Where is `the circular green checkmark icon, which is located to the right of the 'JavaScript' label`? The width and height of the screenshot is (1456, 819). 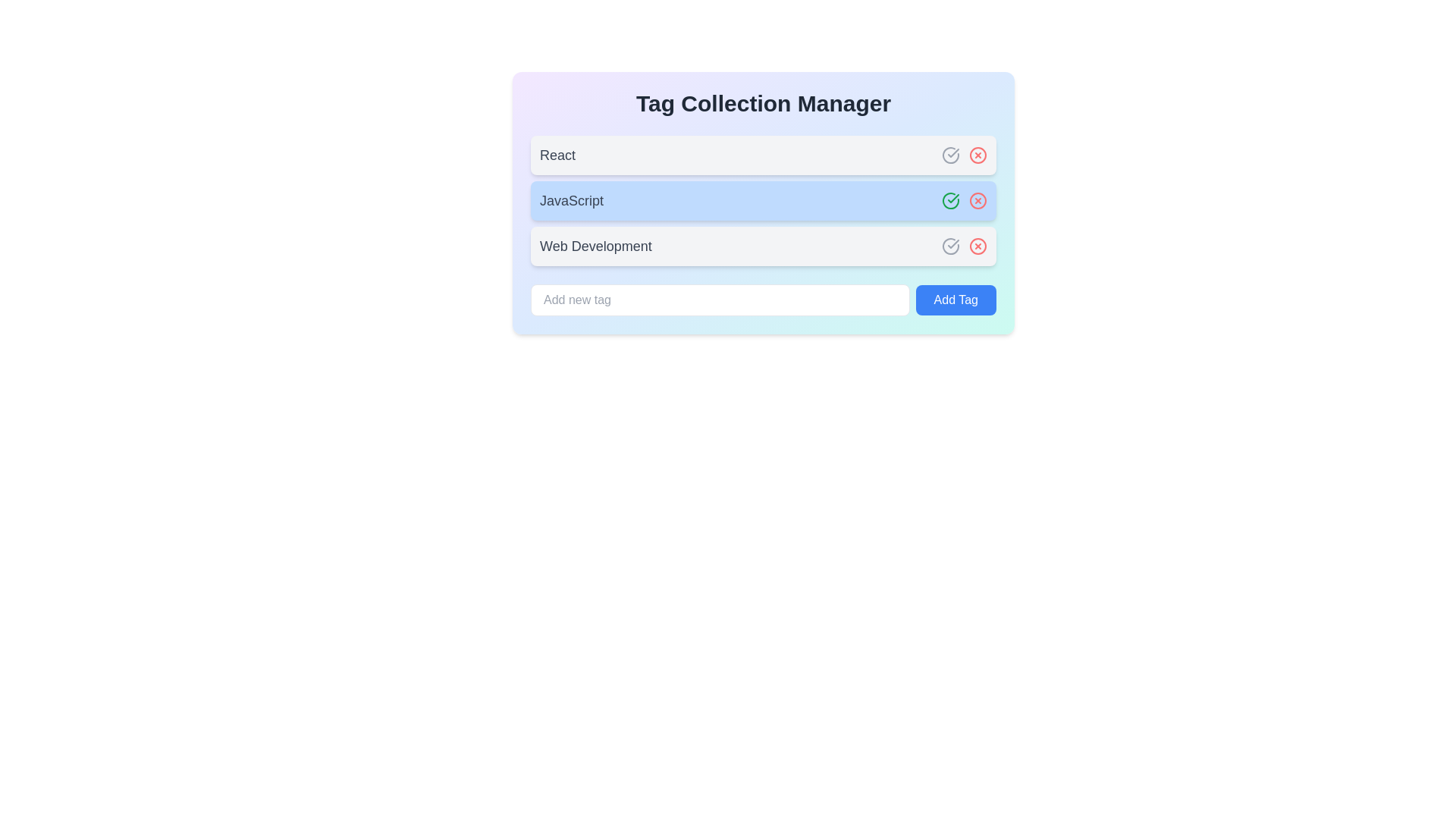
the circular green checkmark icon, which is located to the right of the 'JavaScript' label is located at coordinates (949, 200).